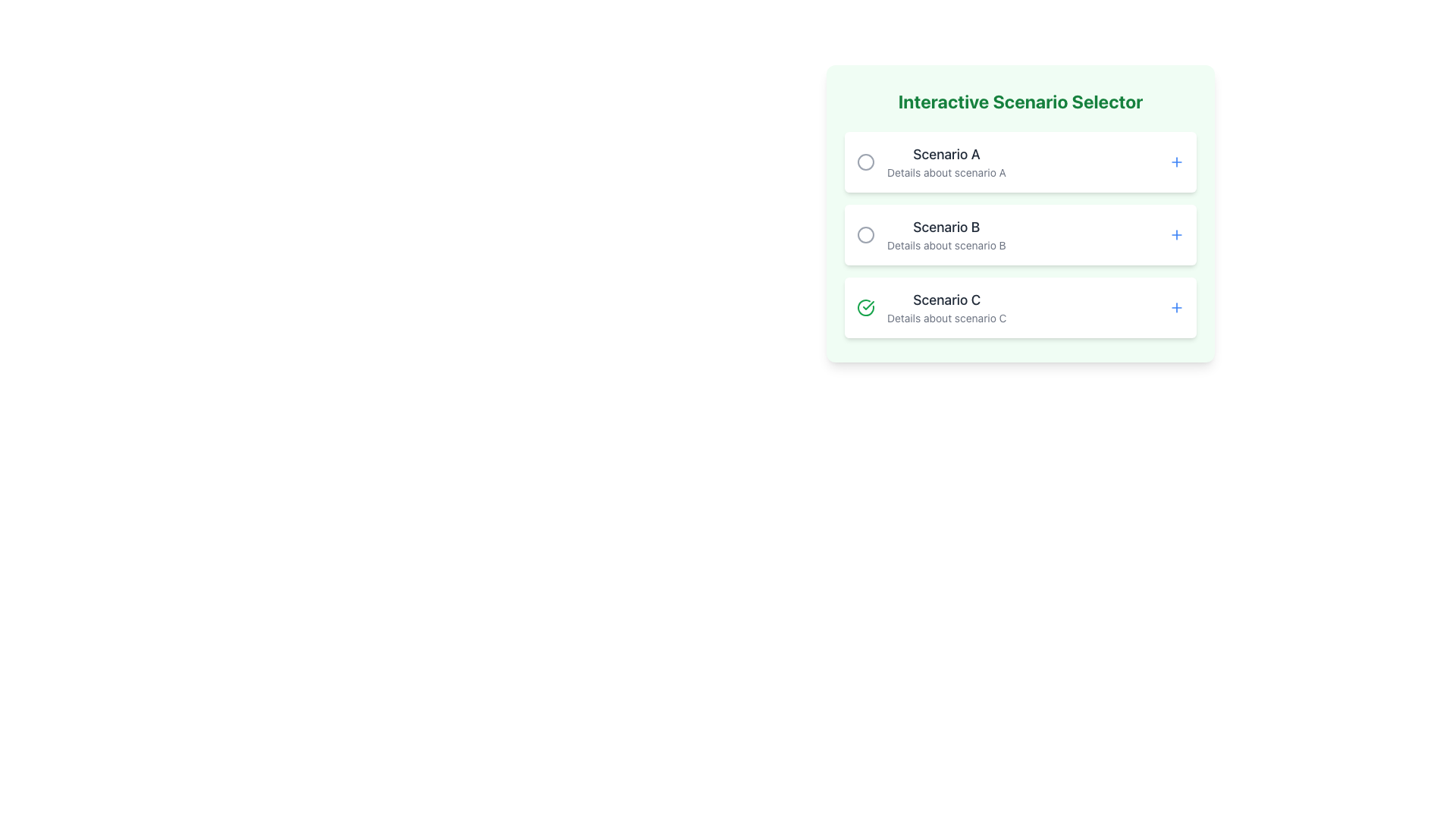 Image resolution: width=1456 pixels, height=819 pixels. I want to click on the radio button located to the left of the text 'Scenario B', so click(866, 234).